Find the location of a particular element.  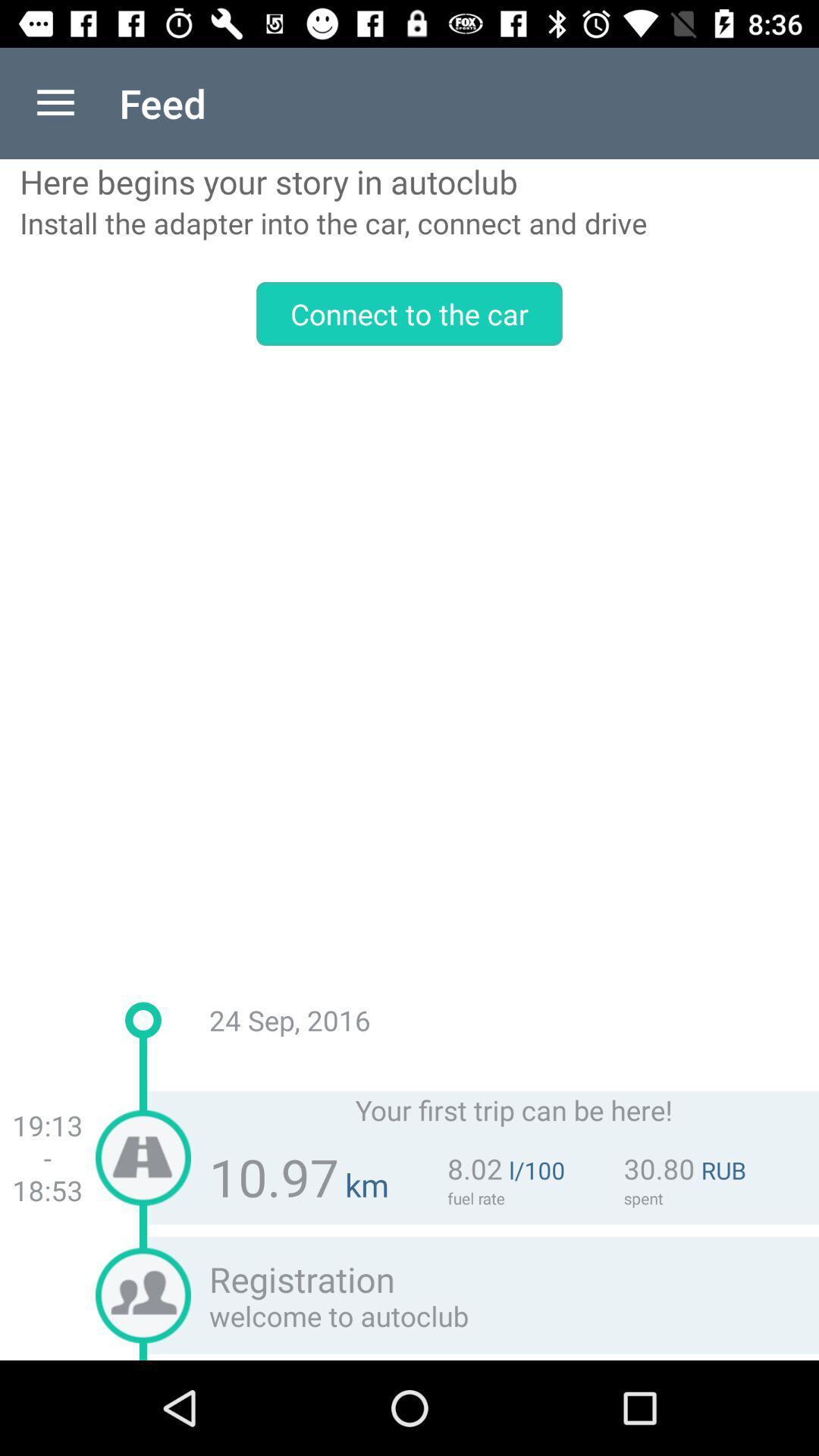

the item above here begins your is located at coordinates (55, 102).